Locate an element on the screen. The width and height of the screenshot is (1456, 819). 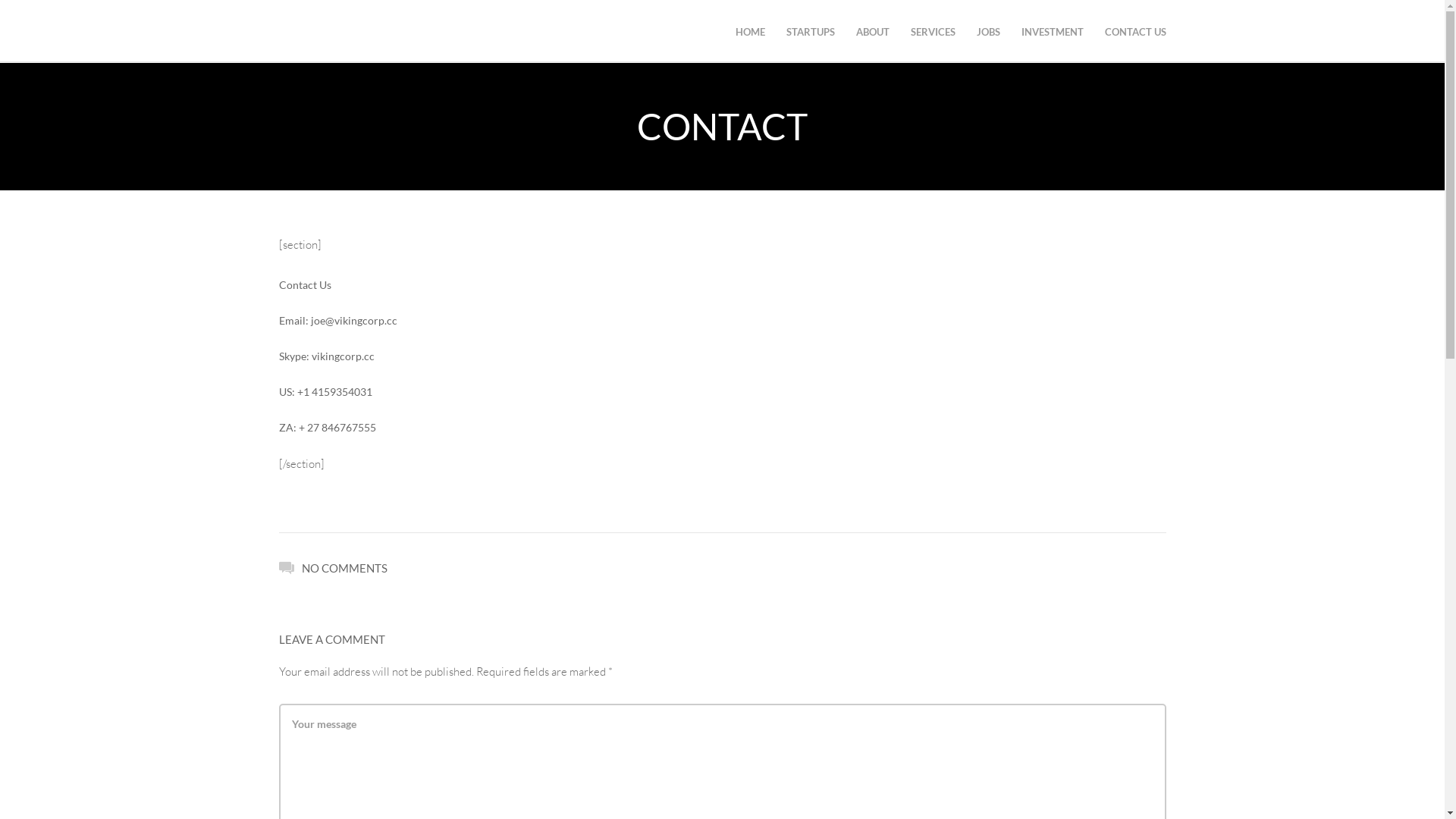
'ABOUT' is located at coordinates (855, 32).